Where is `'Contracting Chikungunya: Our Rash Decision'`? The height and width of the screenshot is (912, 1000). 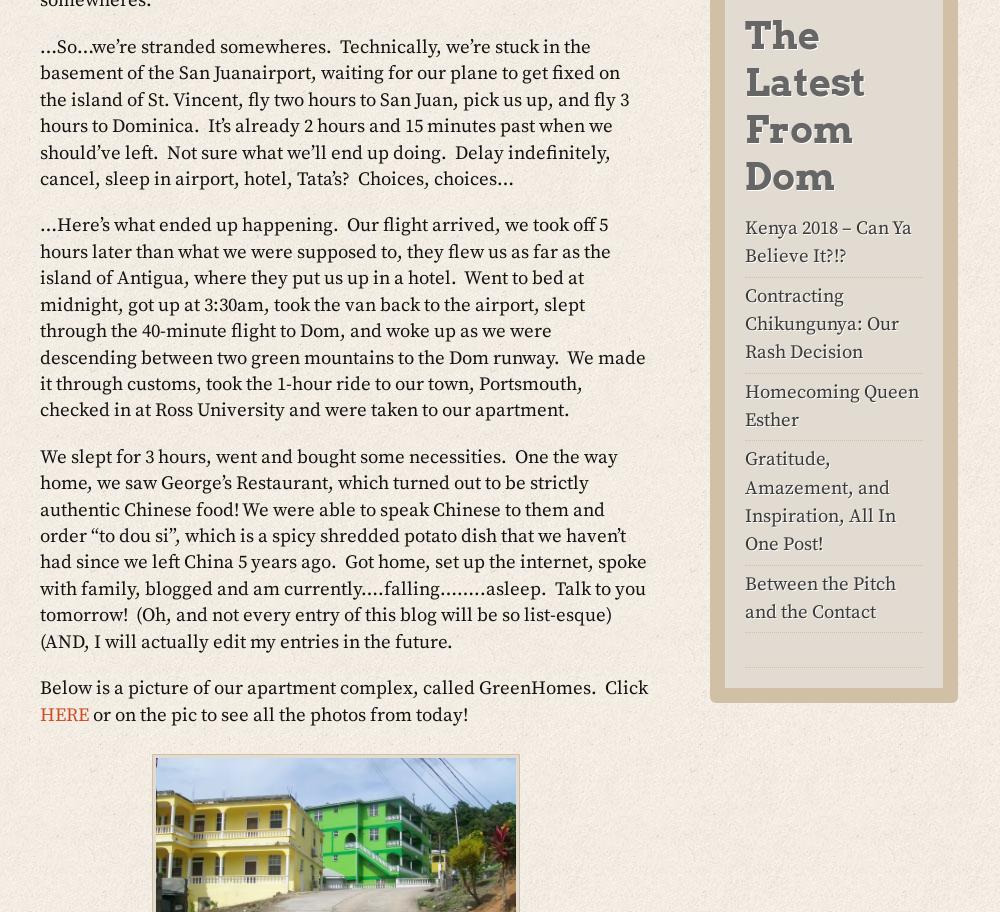 'Contracting Chikungunya: Our Rash Decision' is located at coordinates (821, 324).